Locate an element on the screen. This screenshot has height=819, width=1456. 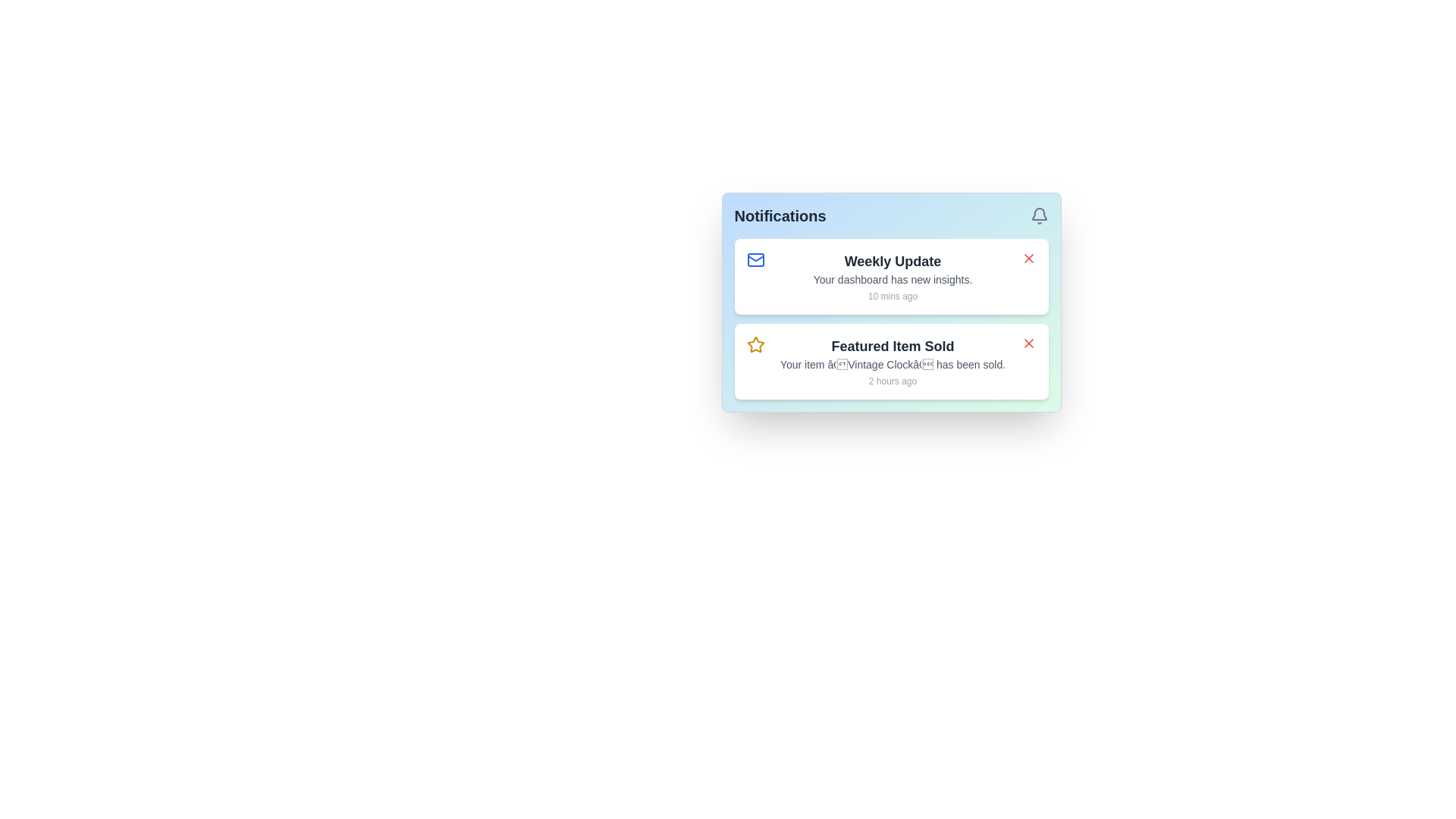
the Text Label that reads 'Your dashboard has new insights.', located beneath 'Weekly Update' and above '10 mins ago' is located at coordinates (893, 280).